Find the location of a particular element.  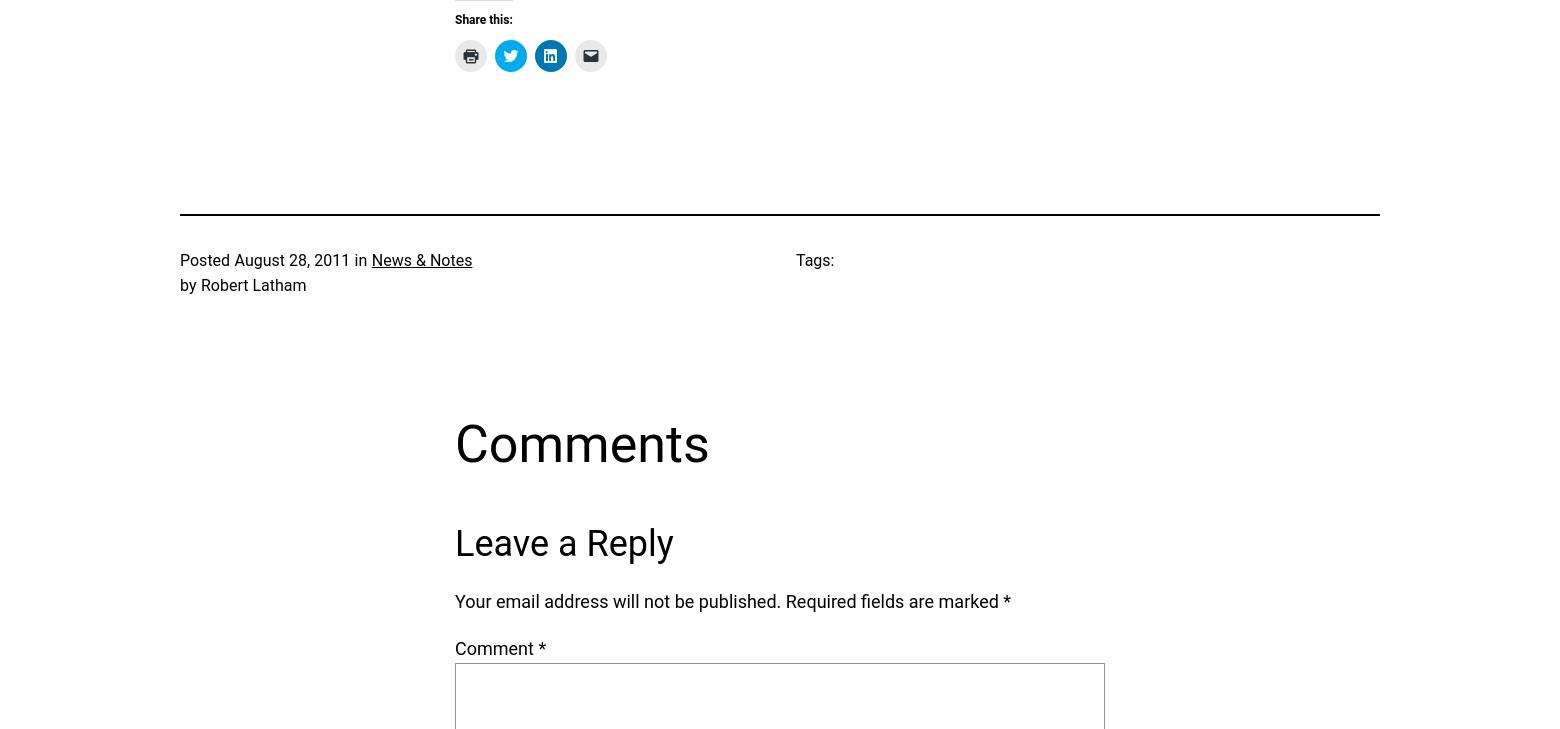

'Share this:' is located at coordinates (483, 18).